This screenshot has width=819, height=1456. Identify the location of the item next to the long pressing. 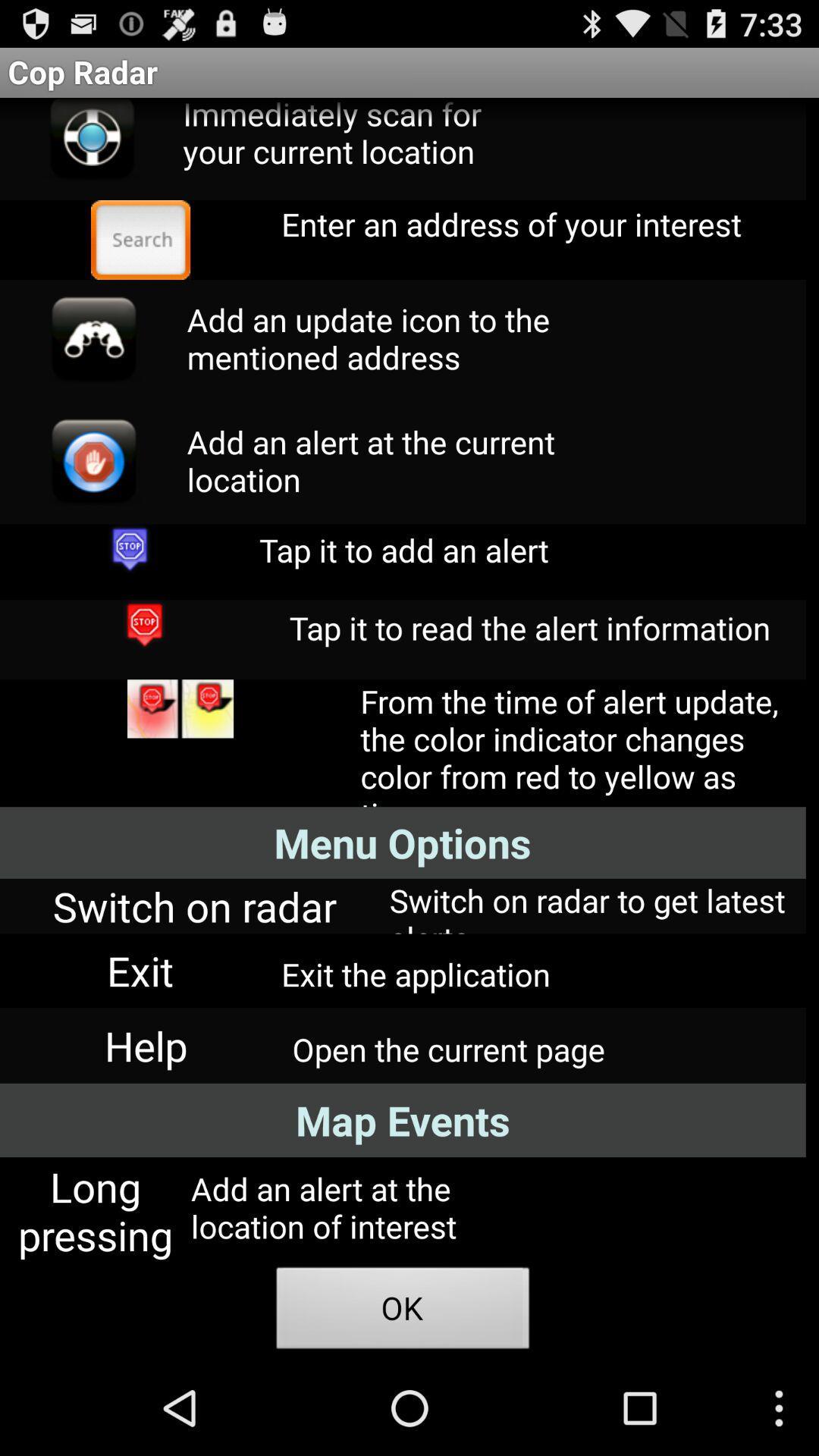
(402, 1312).